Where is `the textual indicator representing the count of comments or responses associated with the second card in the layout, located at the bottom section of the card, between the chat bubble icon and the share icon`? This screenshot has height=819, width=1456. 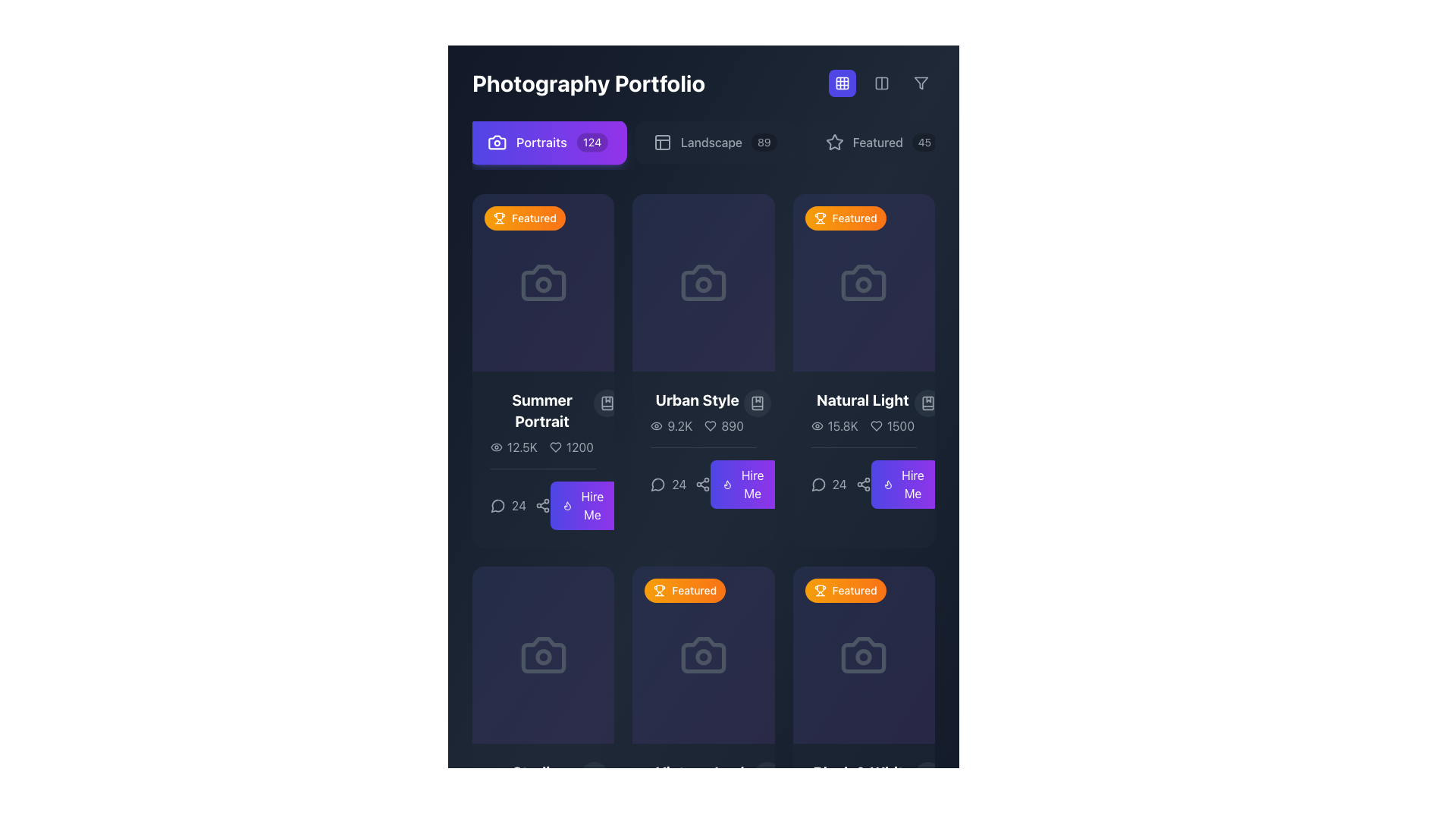 the textual indicator representing the count of comments or responses associated with the second card in the layout, located at the bottom section of the card, between the chat bubble icon and the share icon is located at coordinates (678, 485).